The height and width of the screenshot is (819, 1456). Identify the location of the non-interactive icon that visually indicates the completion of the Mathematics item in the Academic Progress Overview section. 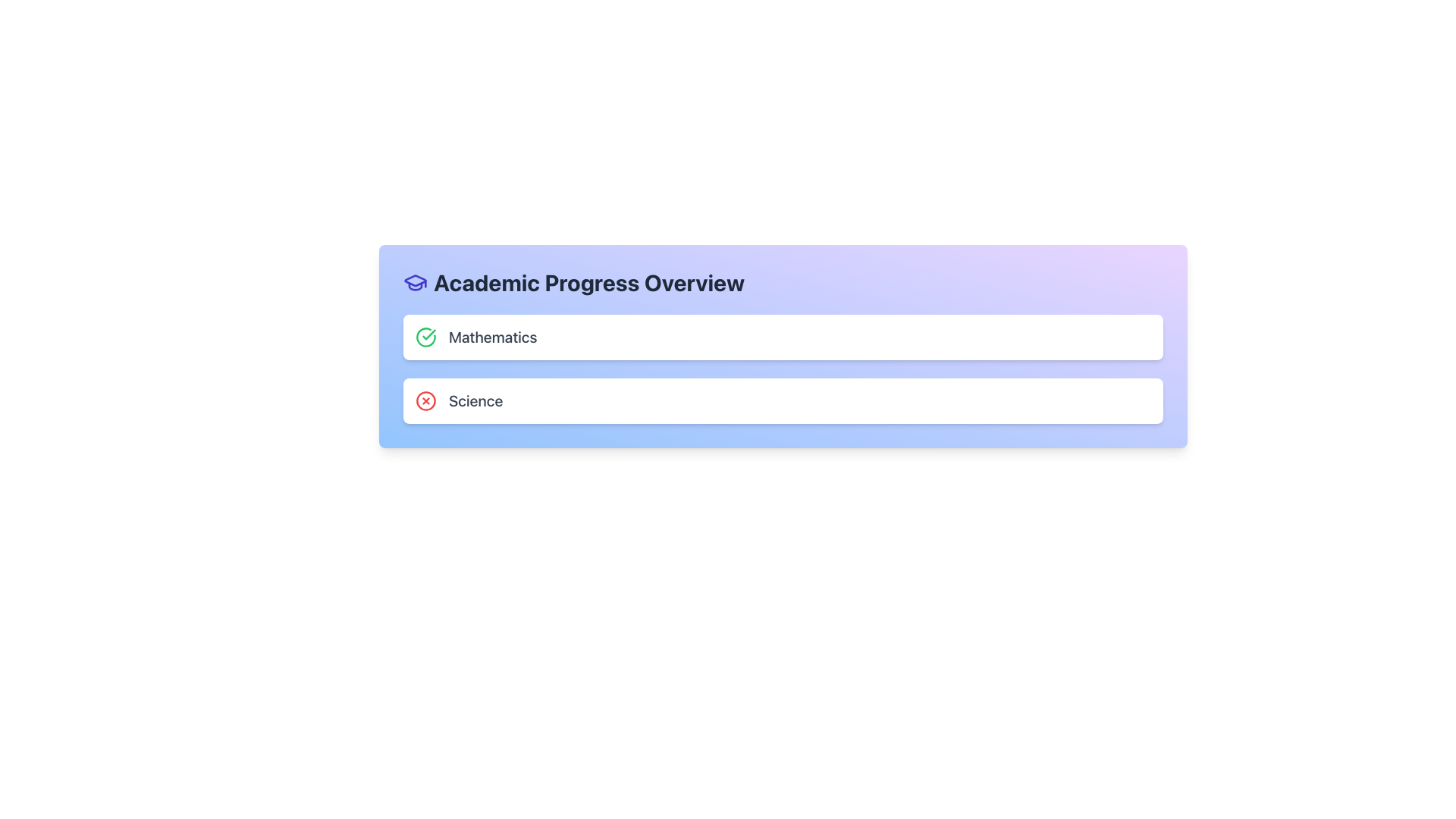
(425, 336).